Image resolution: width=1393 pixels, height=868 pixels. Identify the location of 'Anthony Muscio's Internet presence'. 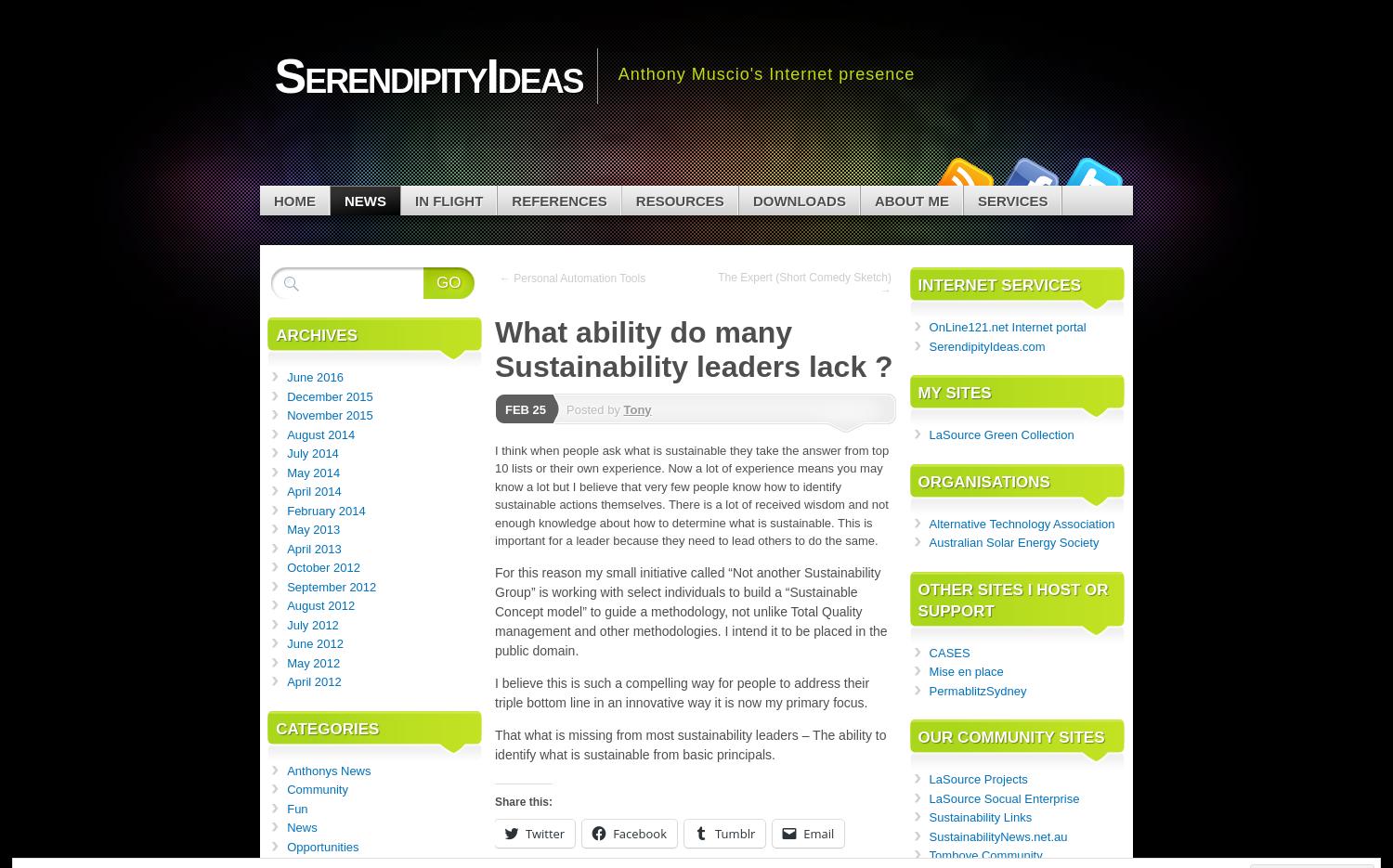
(765, 73).